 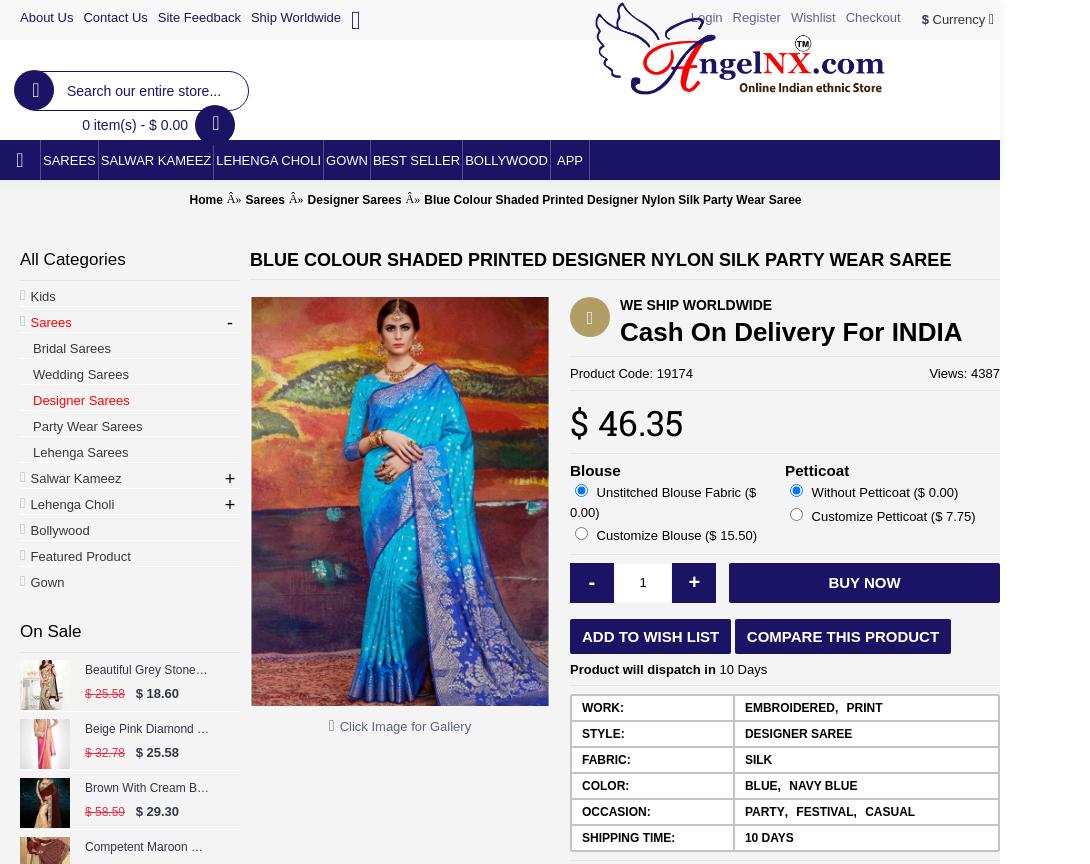 What do you see at coordinates (663, 501) in the screenshot?
I see `'Unstitched Blouse Fabric ($ 0.00)'` at bounding box center [663, 501].